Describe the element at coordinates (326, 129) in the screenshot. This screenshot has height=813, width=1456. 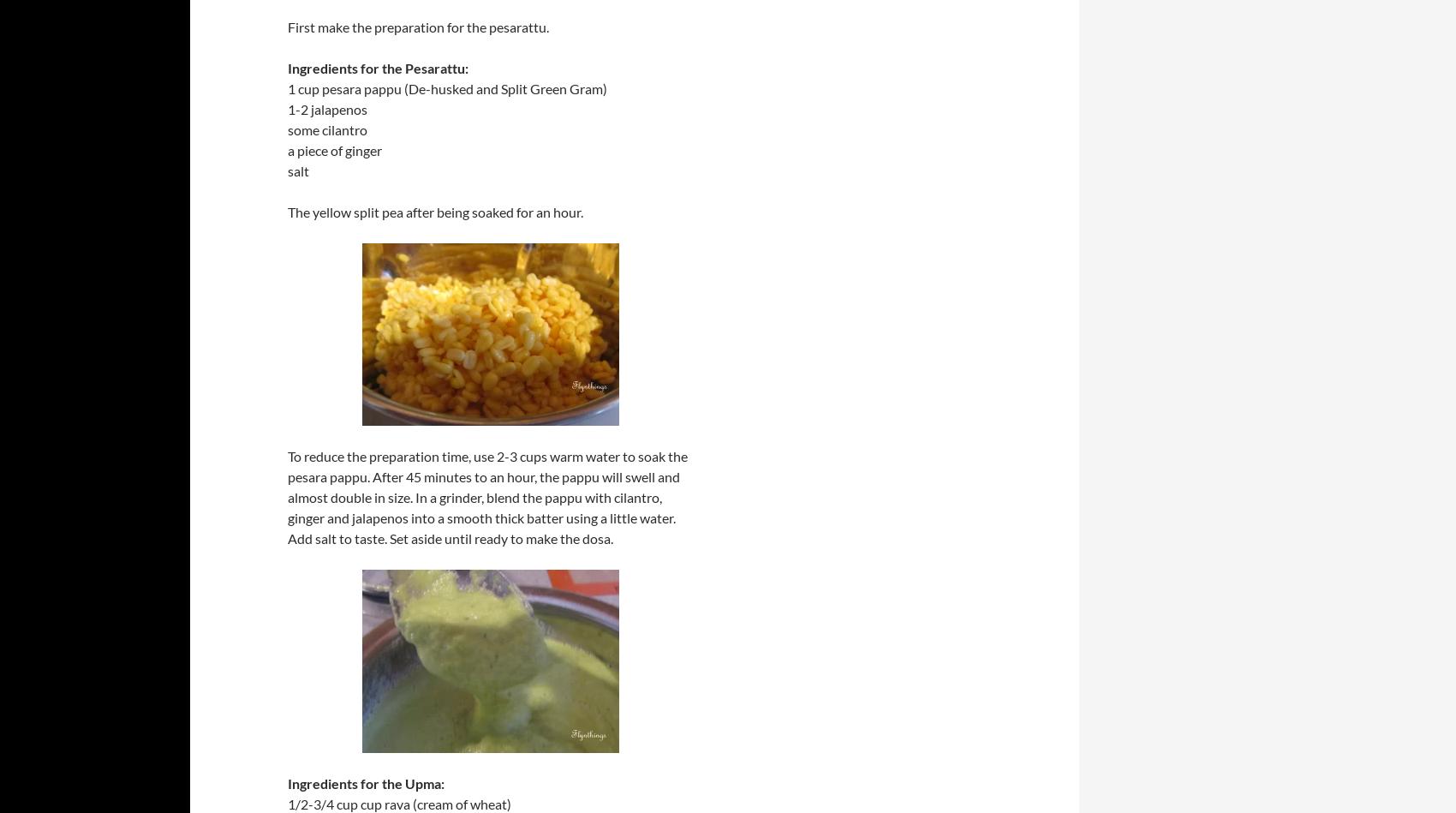
I see `'some cilantro'` at that location.